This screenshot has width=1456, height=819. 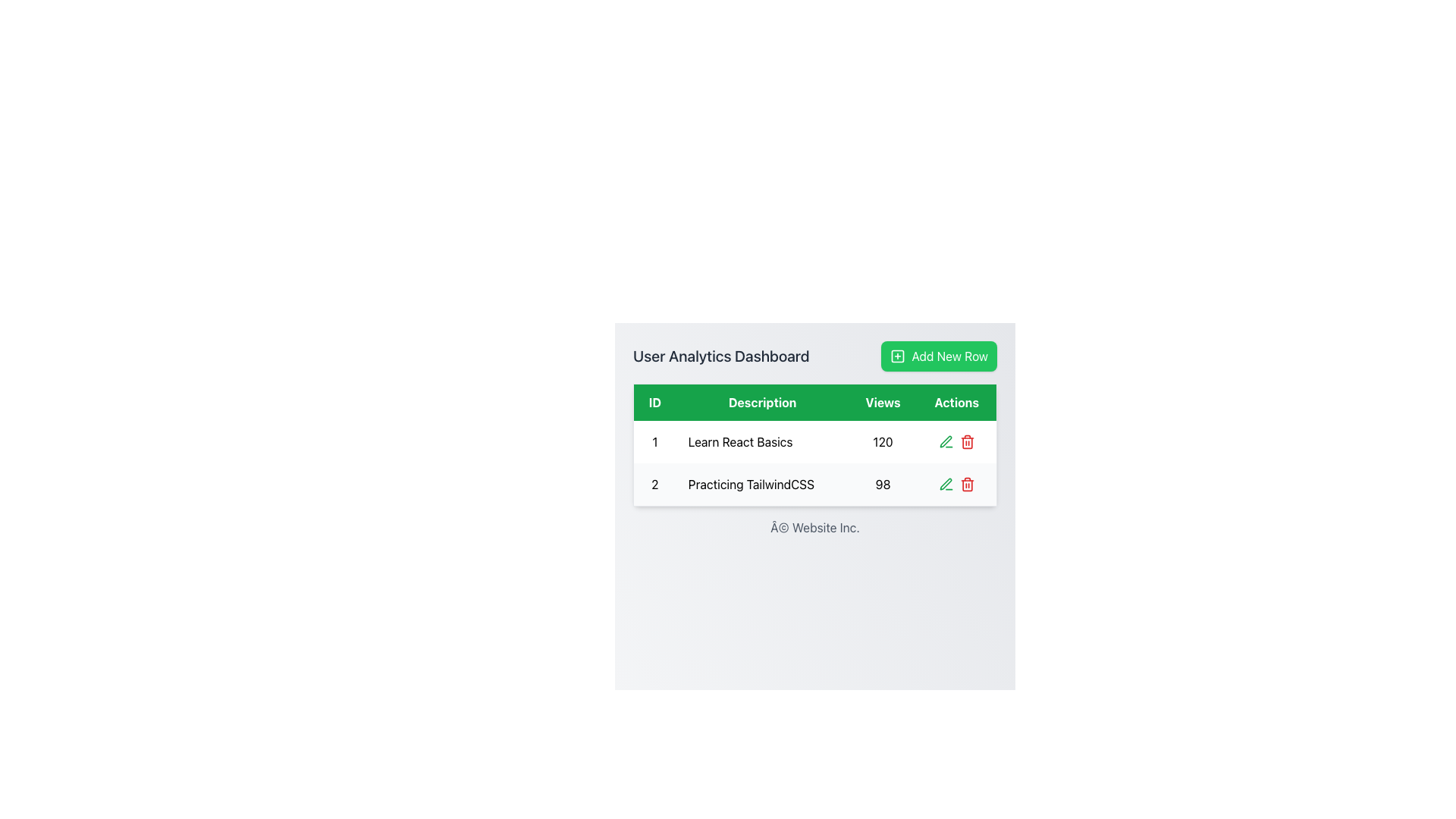 What do you see at coordinates (883, 441) in the screenshot?
I see `the Text display showing the number of views for the 'Learn React Basics' item in the table, located in the 'Views' column of the first data row` at bounding box center [883, 441].